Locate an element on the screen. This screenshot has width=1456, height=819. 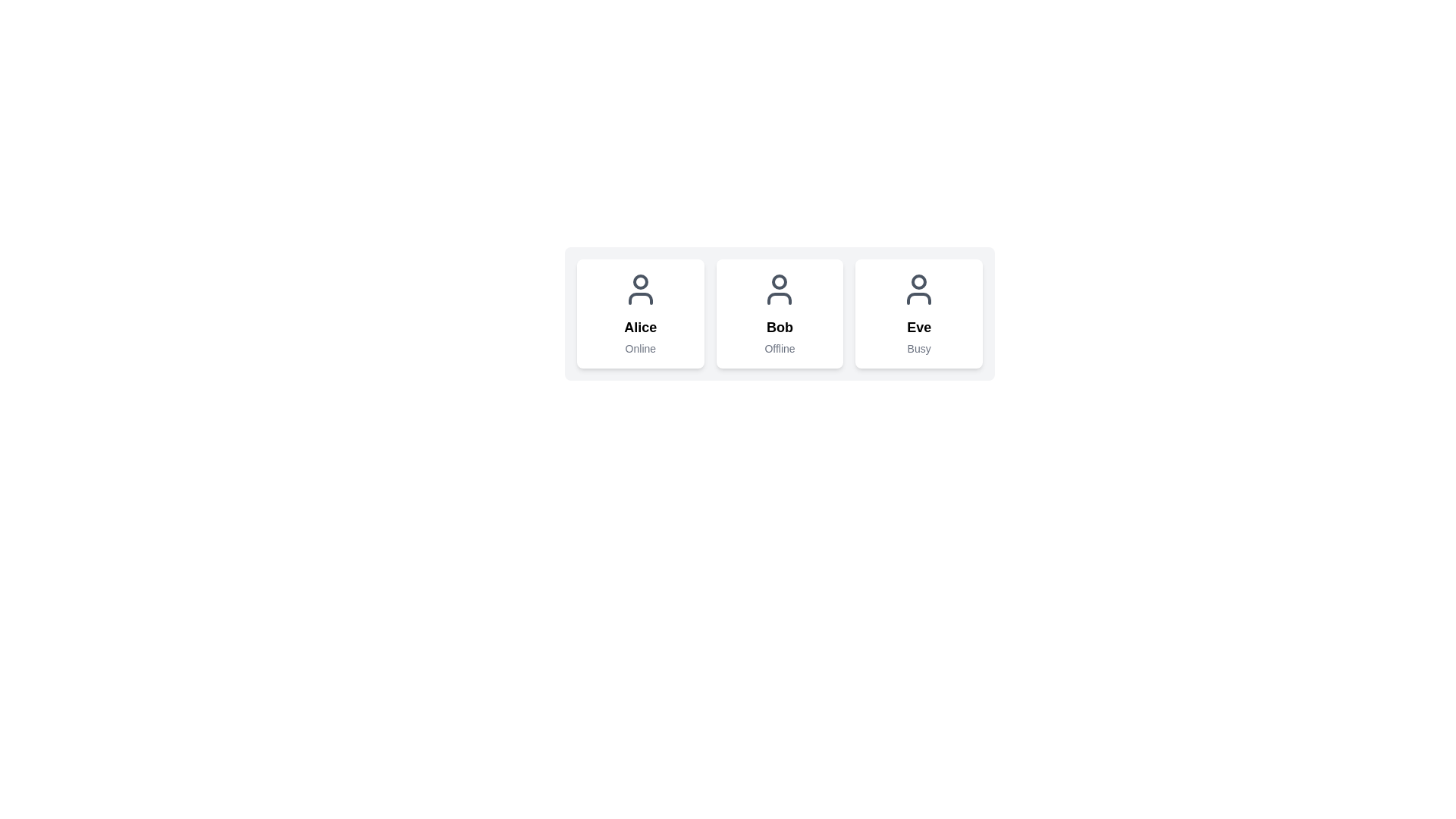
the 'Busy' text label located under the name 'Eve' in the card, which is styled in gray and has a smaller font size is located at coordinates (918, 348).